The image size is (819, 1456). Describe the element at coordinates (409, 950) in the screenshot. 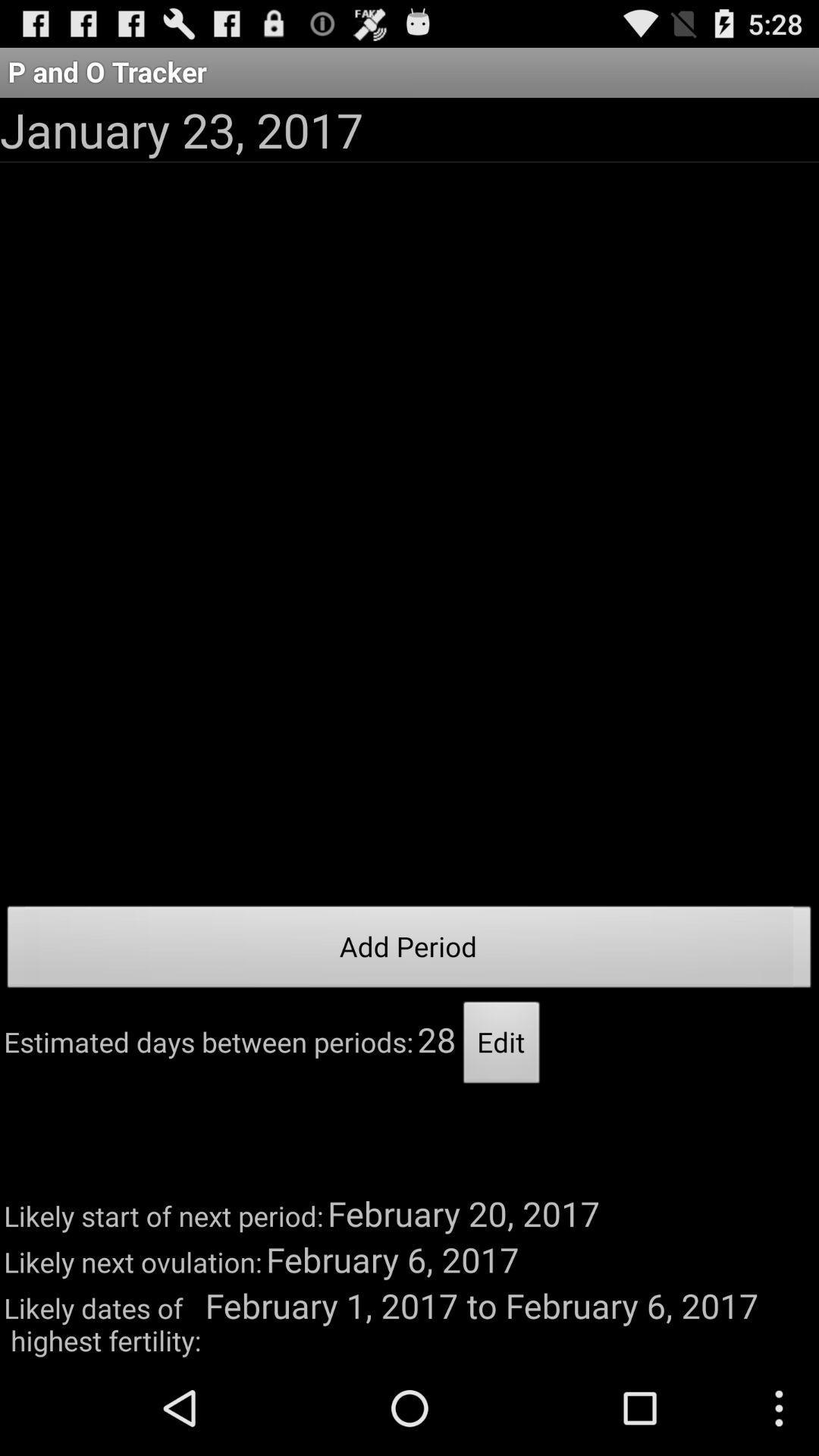

I see `the button above the edit icon` at that location.